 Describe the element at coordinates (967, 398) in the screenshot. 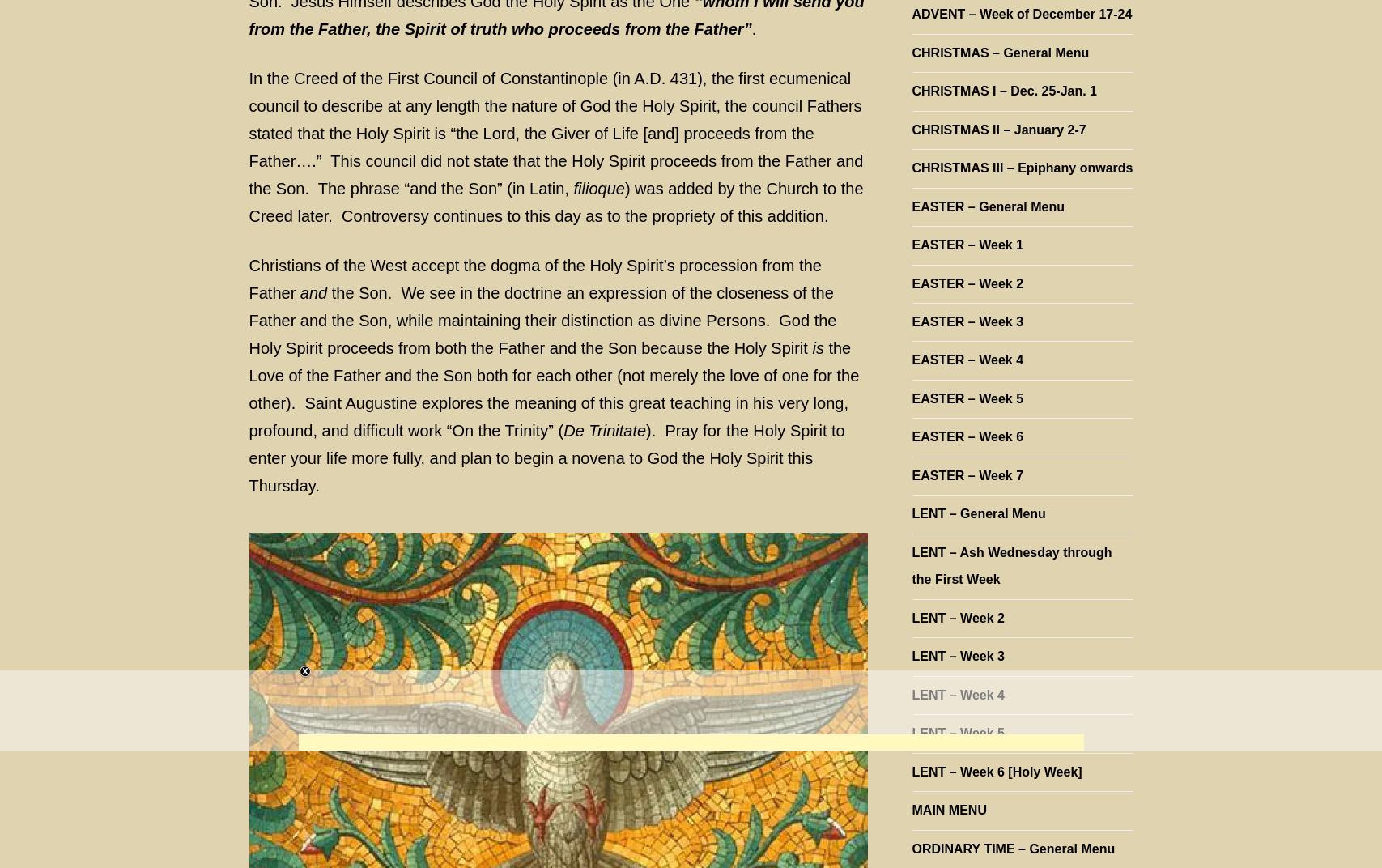

I see `'EASTER – Week 5'` at that location.